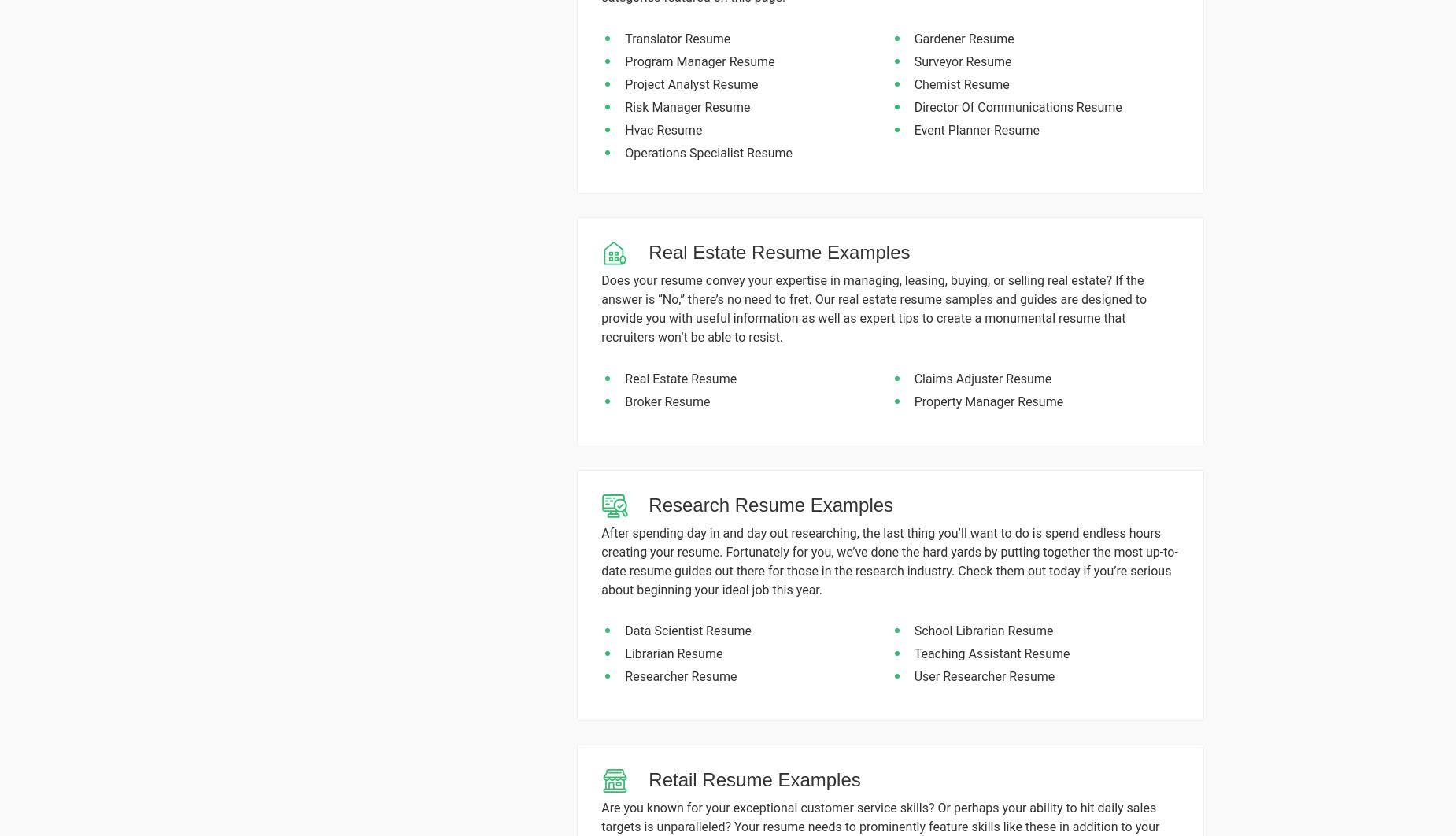 The width and height of the screenshot is (1456, 836). What do you see at coordinates (681, 675) in the screenshot?
I see `'Researcher Resume'` at bounding box center [681, 675].